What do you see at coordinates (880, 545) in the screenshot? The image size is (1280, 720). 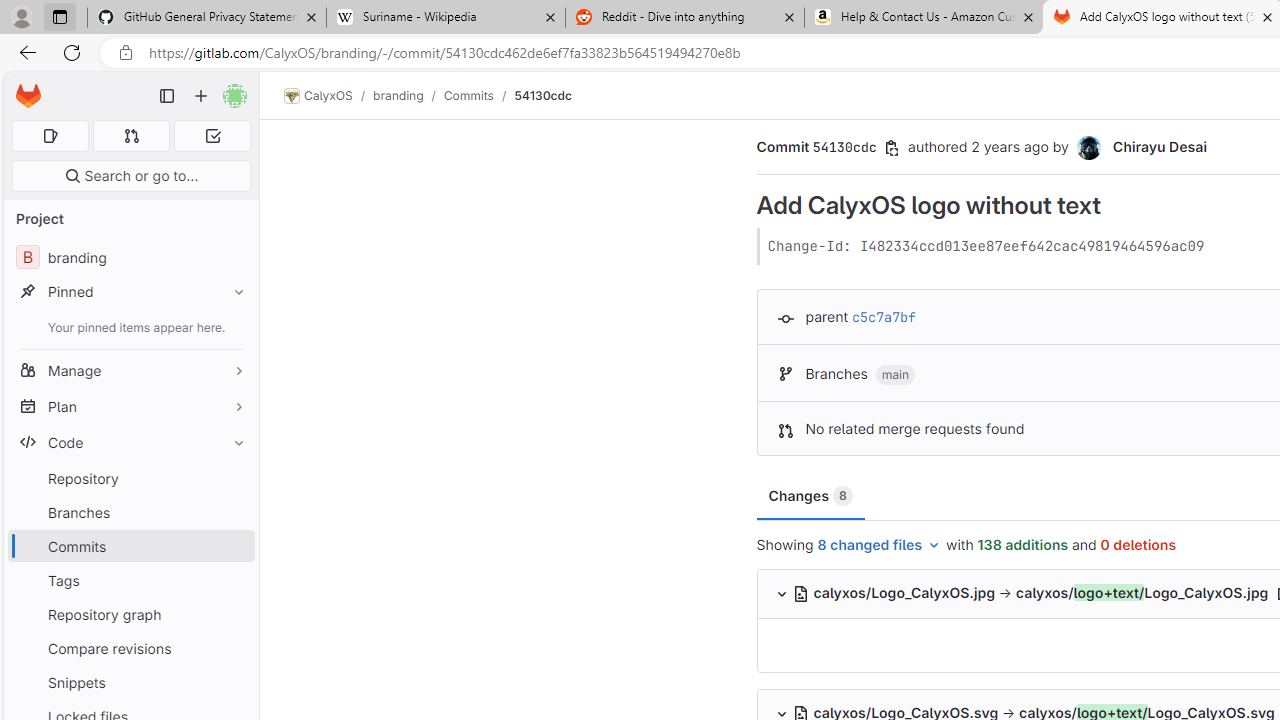 I see `'8 changed files'` at bounding box center [880, 545].